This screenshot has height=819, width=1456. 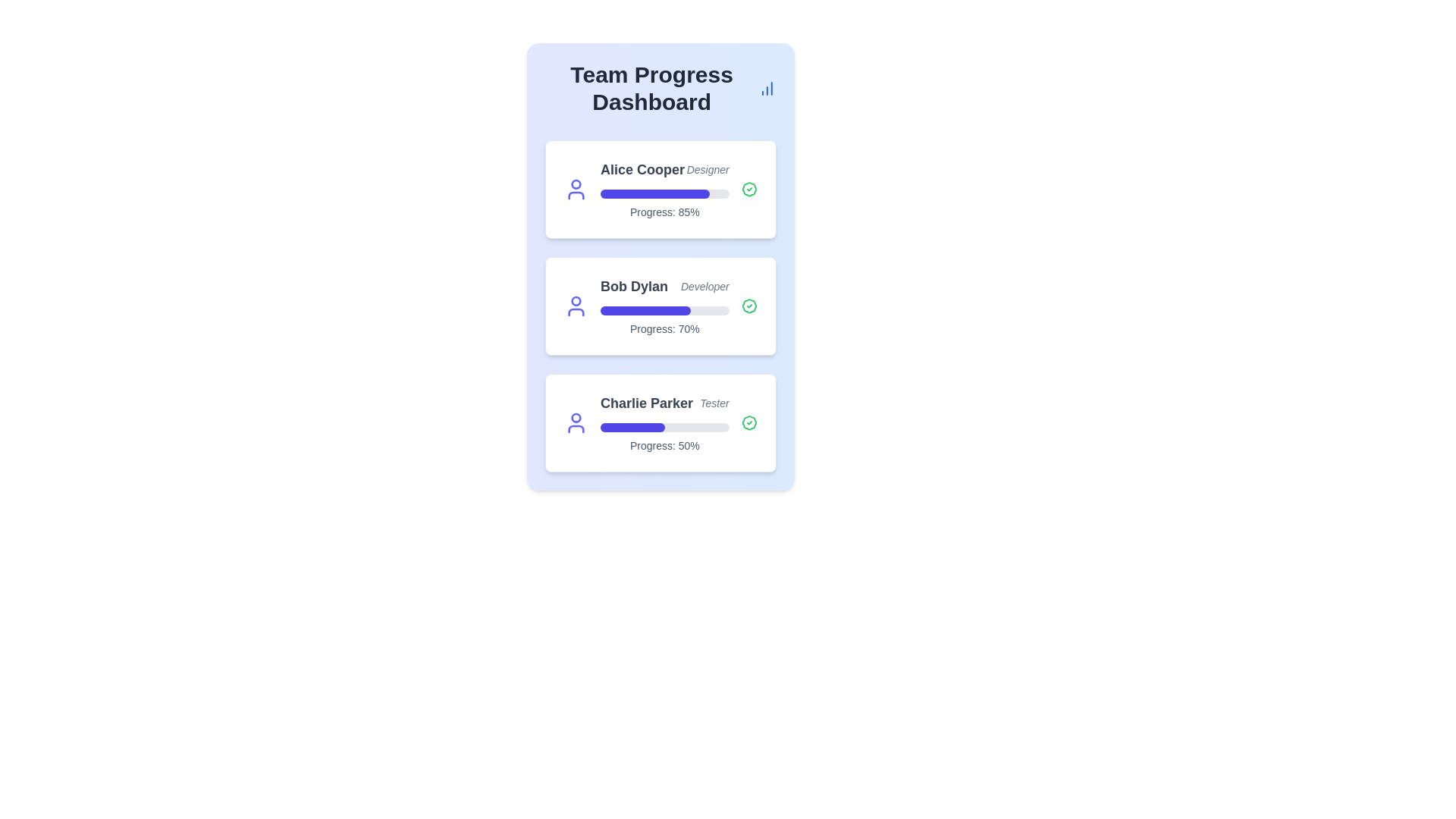 I want to click on the horizontal progress bar styled as a rounded rectangle with a light-gray background and an indigo-colored segment, representing 85% progress, located within the card for 'Alice Cooper' in the 'Team Progress Dashboard', so click(x=664, y=193).